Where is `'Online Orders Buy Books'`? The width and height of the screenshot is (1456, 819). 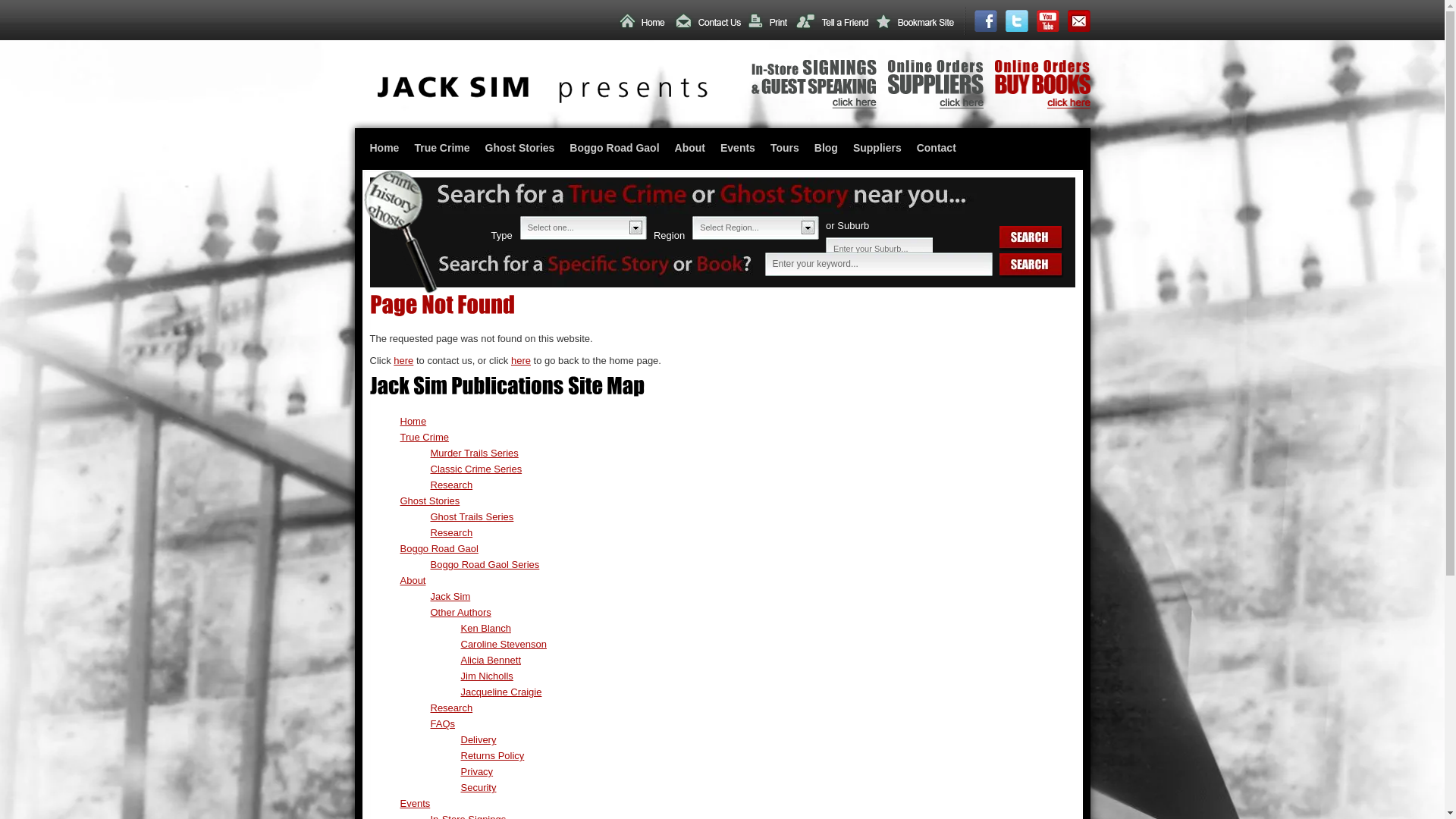 'Online Orders Buy Books' is located at coordinates (1041, 105).